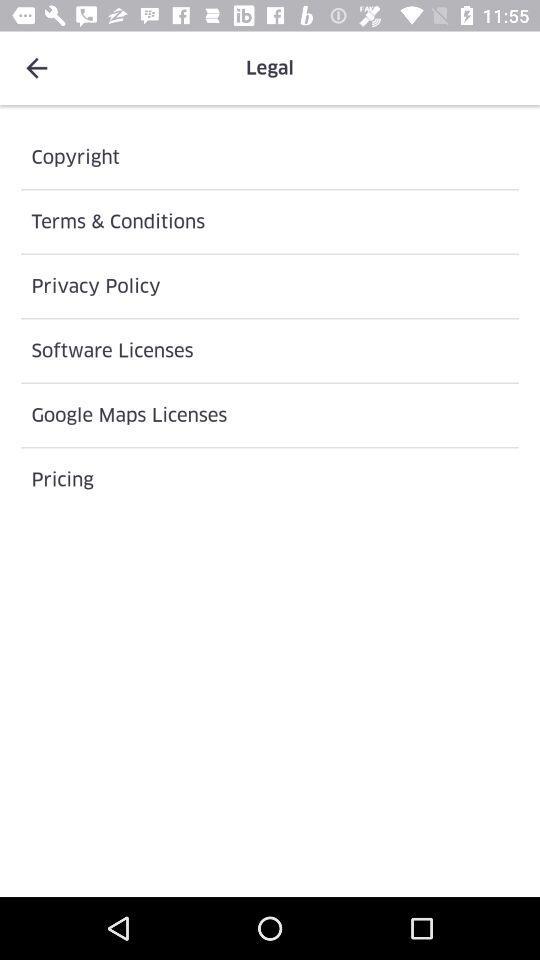 The image size is (540, 960). I want to click on the icon below the copyright item, so click(270, 221).